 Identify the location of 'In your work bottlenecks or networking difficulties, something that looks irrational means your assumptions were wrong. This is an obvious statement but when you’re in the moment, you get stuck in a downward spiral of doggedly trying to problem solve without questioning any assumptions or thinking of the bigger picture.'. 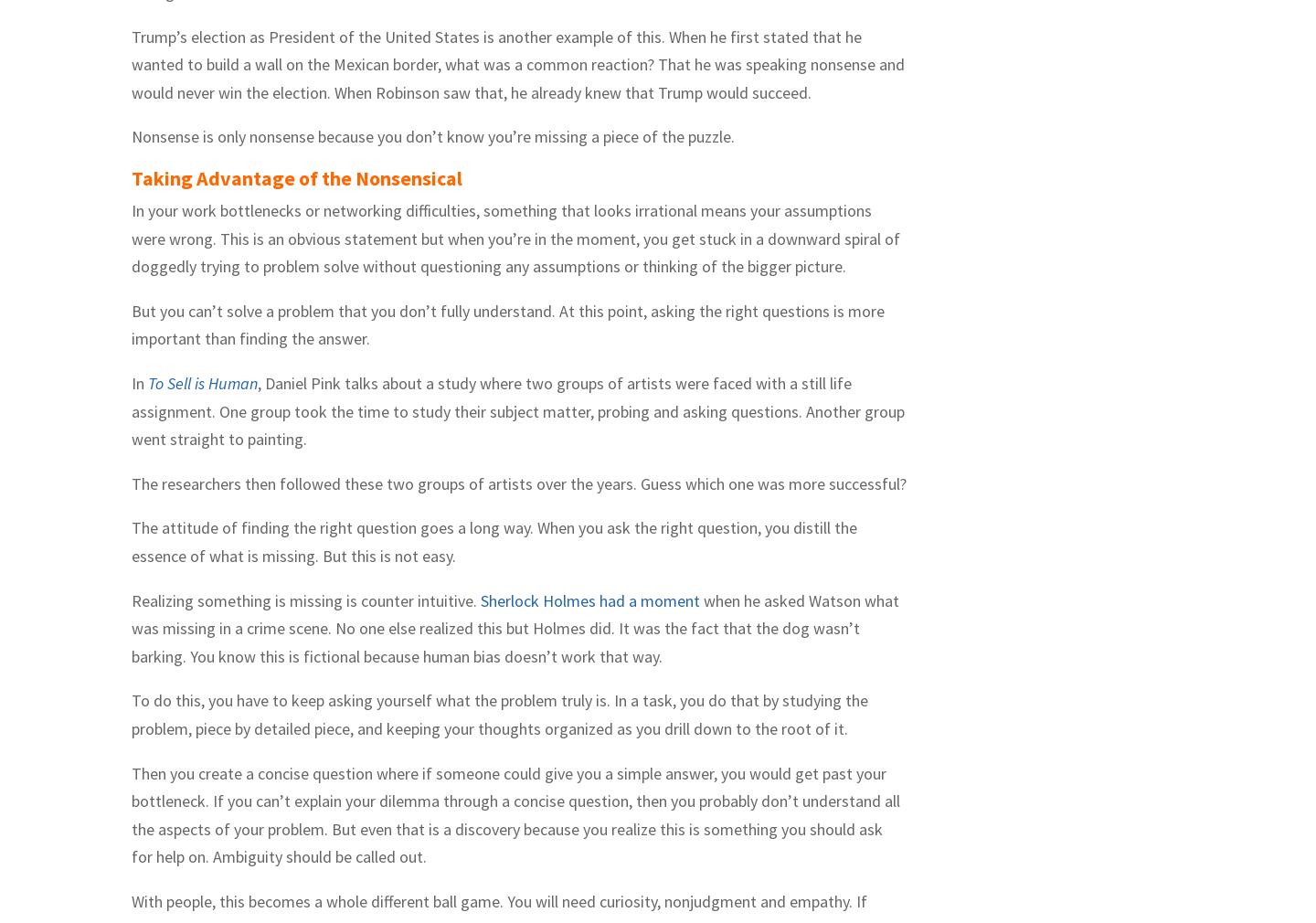
(515, 238).